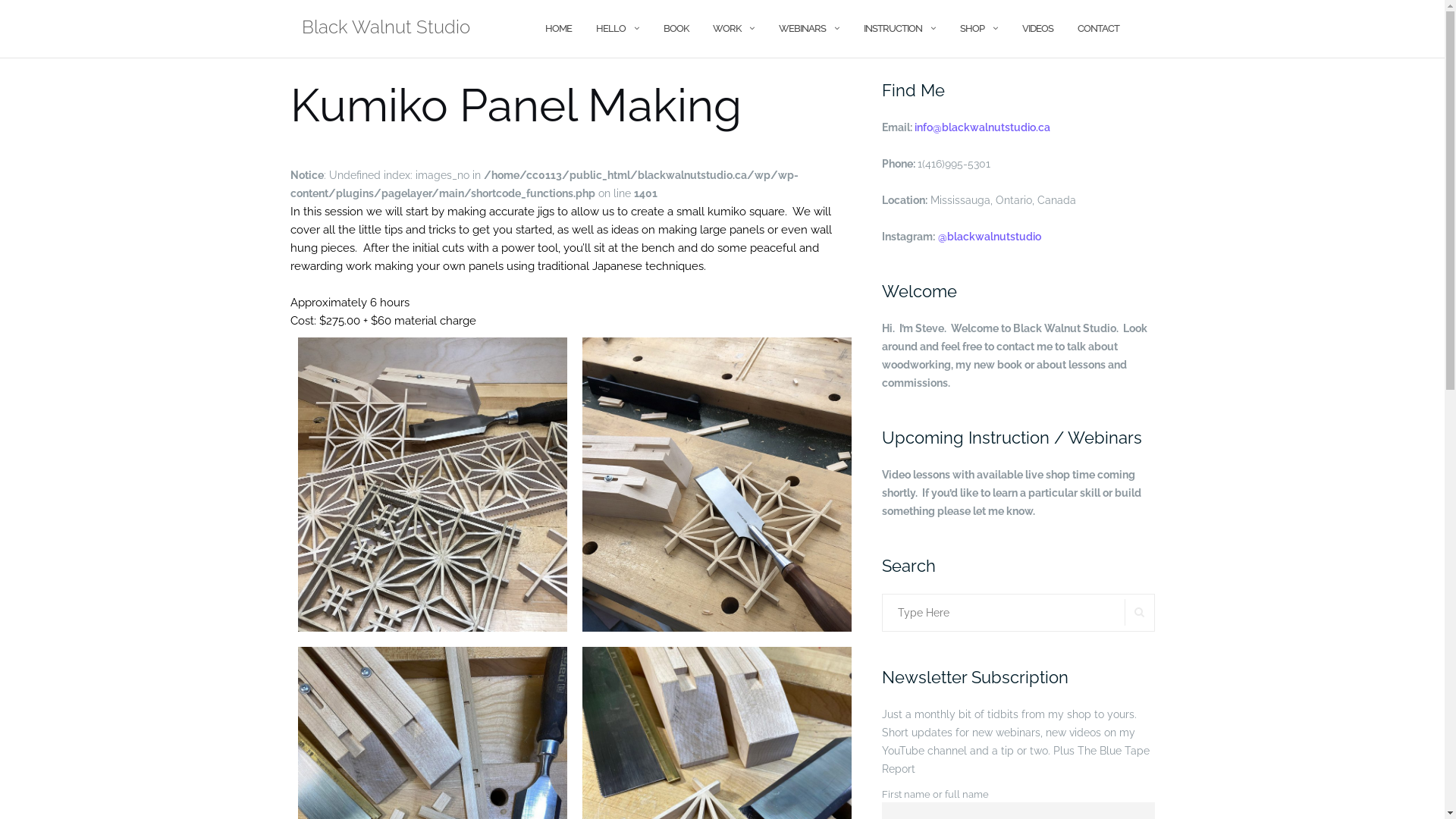 This screenshot has width=1456, height=819. Describe the element at coordinates (674, 28) in the screenshot. I see `'BOOK'` at that location.